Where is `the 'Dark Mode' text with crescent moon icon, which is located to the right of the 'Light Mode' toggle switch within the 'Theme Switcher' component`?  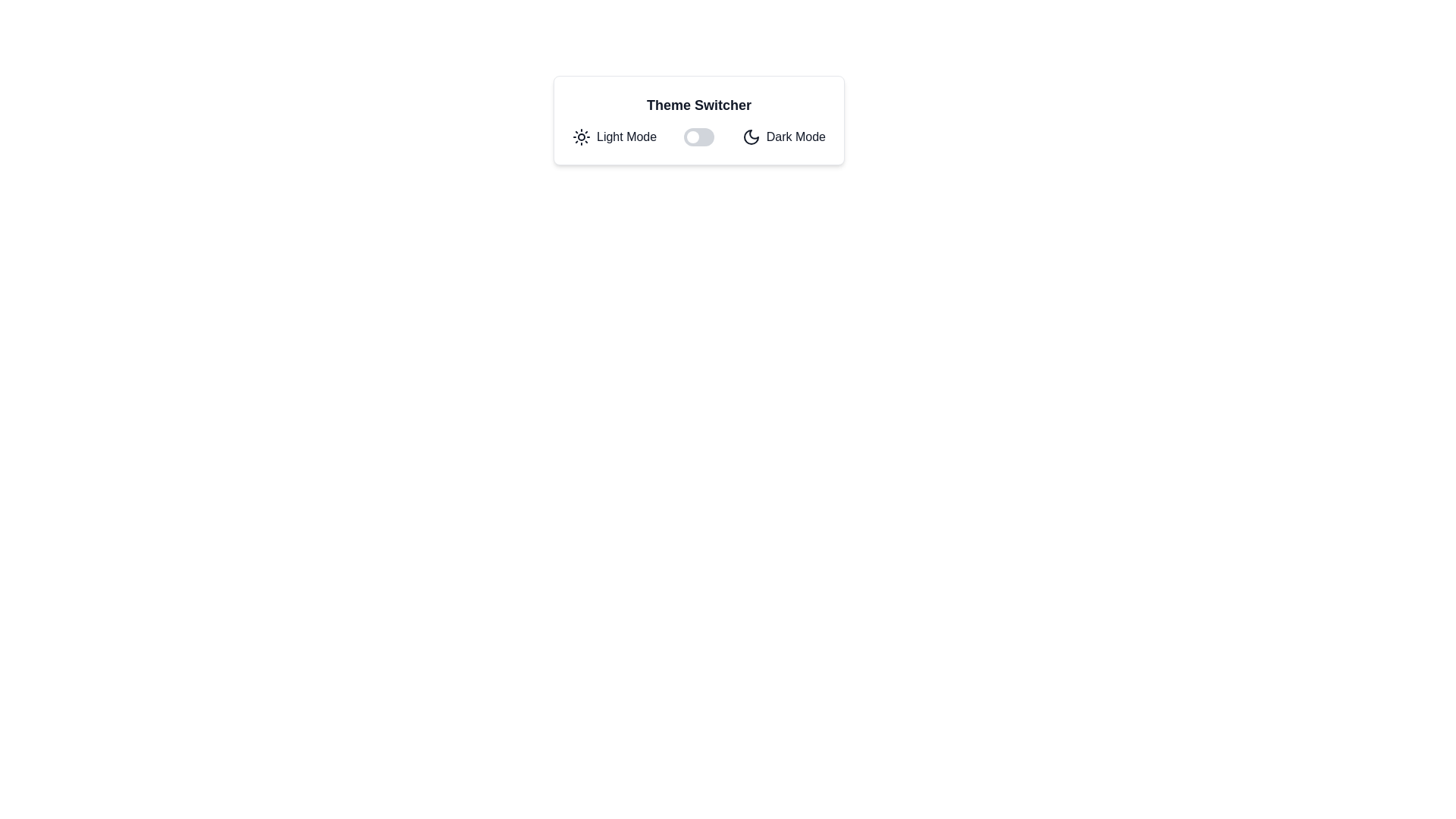 the 'Dark Mode' text with crescent moon icon, which is located to the right of the 'Light Mode' toggle switch within the 'Theme Switcher' component is located at coordinates (783, 137).